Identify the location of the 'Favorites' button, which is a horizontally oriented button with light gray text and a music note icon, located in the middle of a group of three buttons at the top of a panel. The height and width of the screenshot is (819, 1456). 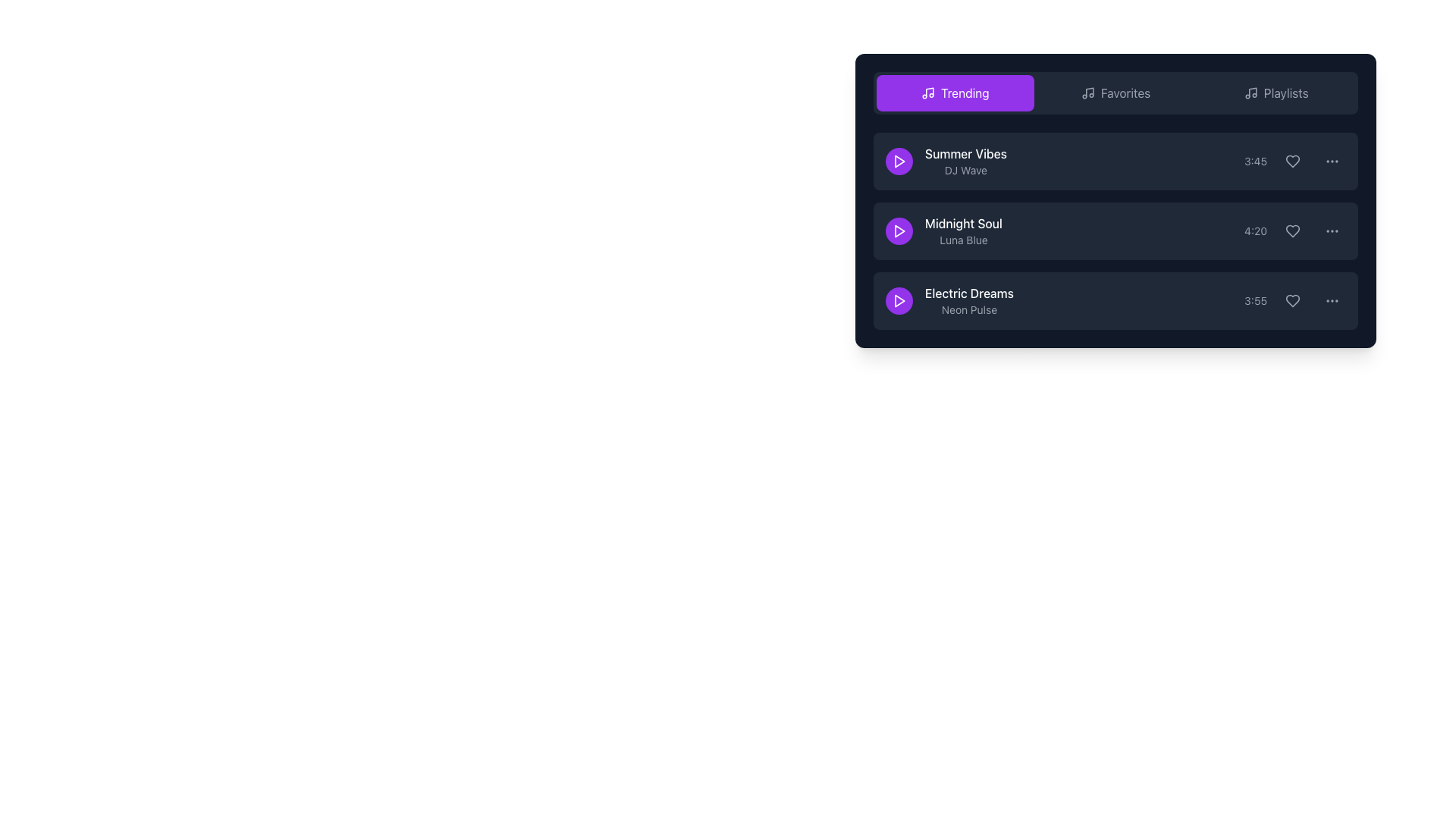
(1116, 93).